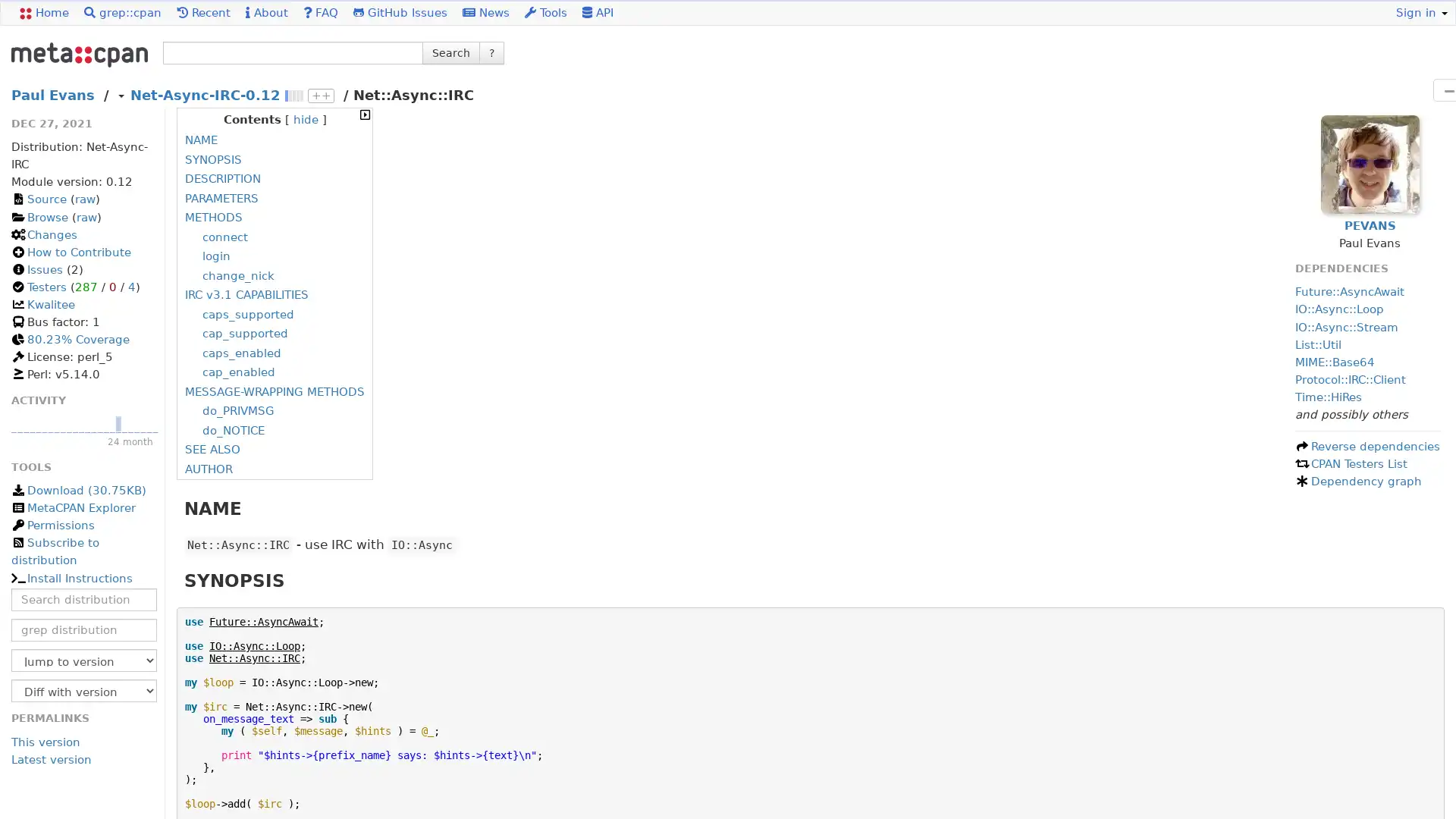 The width and height of the screenshot is (1456, 819). I want to click on hide, so click(304, 119).